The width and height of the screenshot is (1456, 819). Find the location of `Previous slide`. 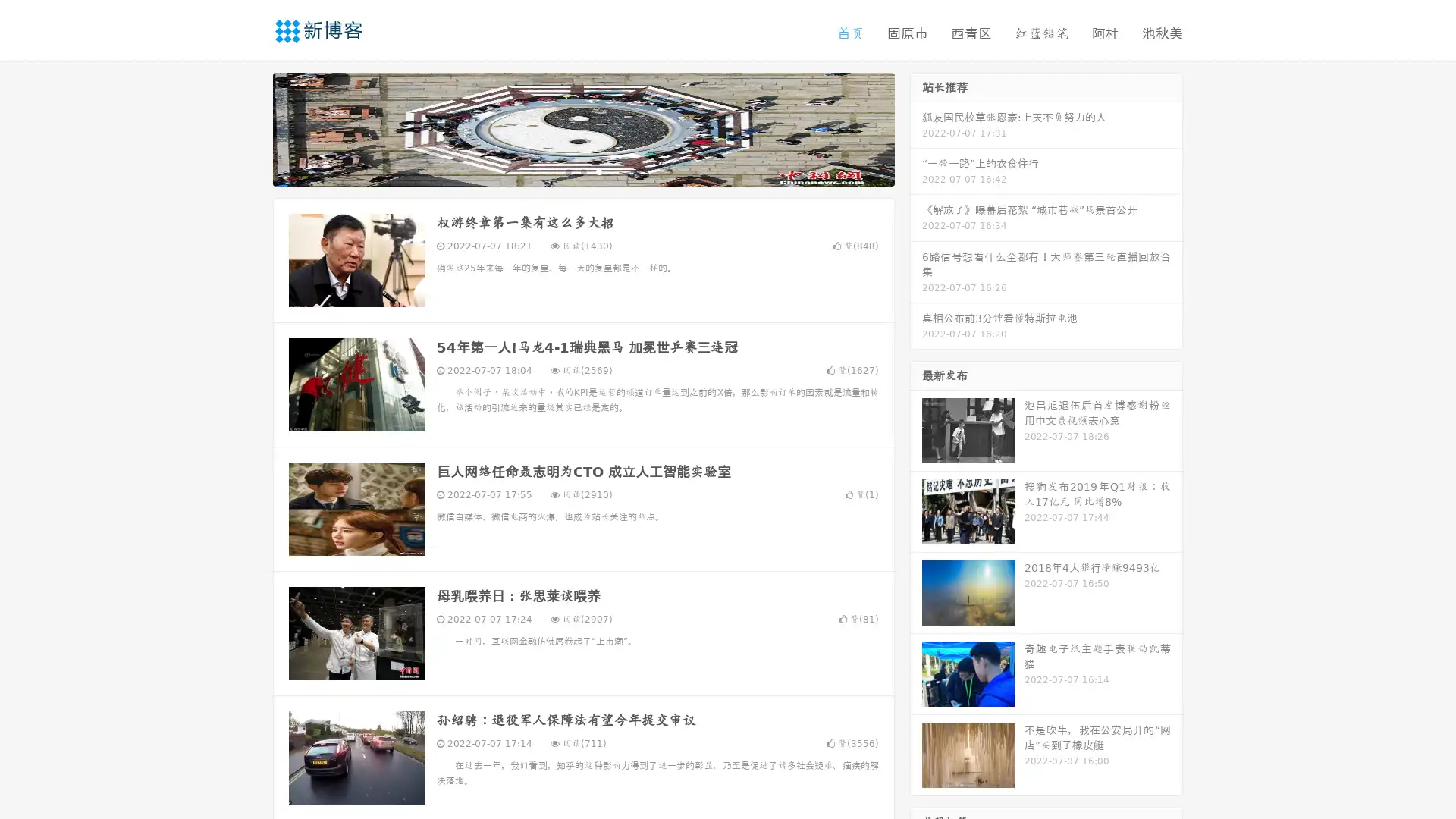

Previous slide is located at coordinates (250, 127).